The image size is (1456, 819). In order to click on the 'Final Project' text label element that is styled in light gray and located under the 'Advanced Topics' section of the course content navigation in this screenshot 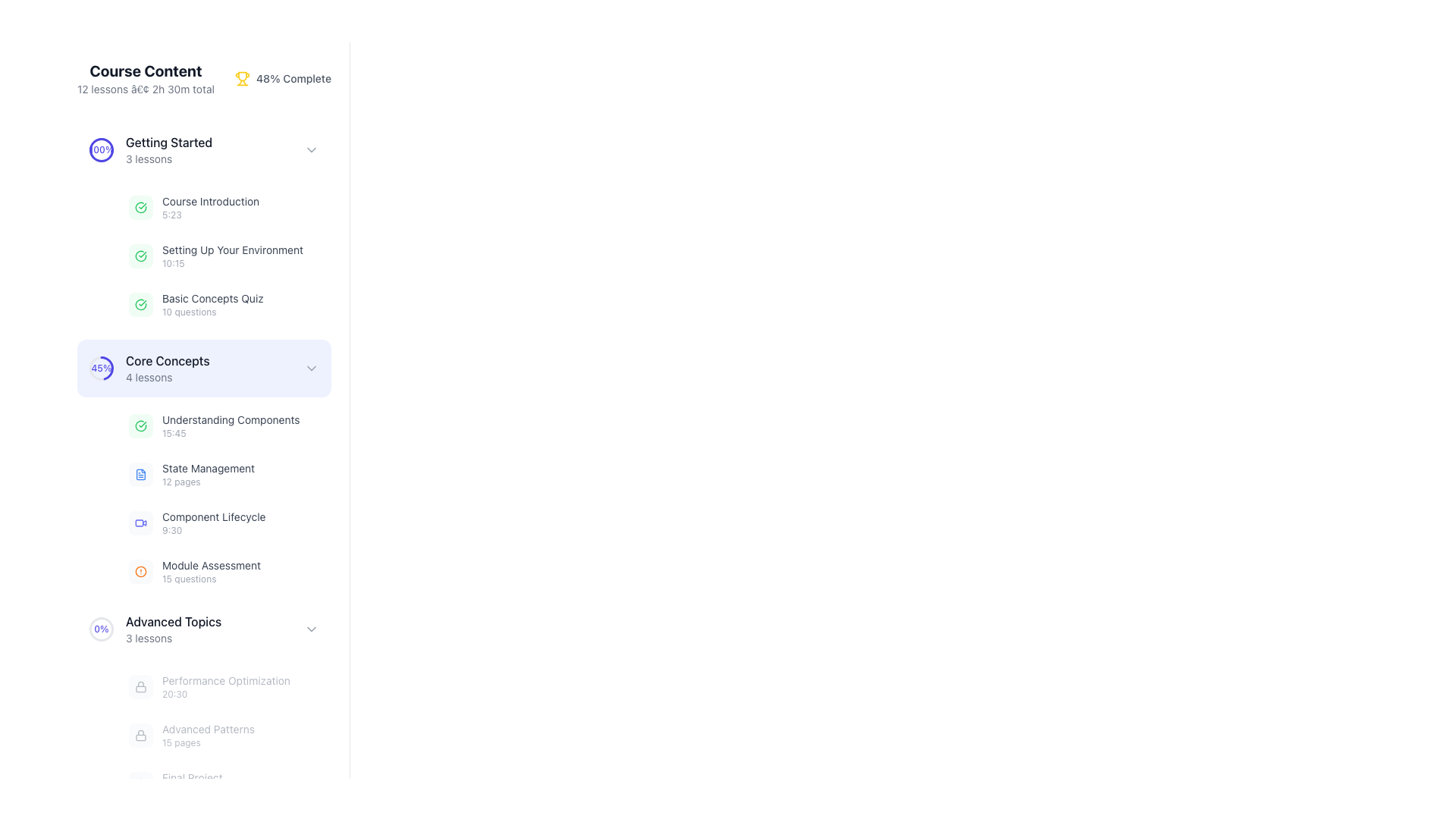, I will do `click(191, 783)`.